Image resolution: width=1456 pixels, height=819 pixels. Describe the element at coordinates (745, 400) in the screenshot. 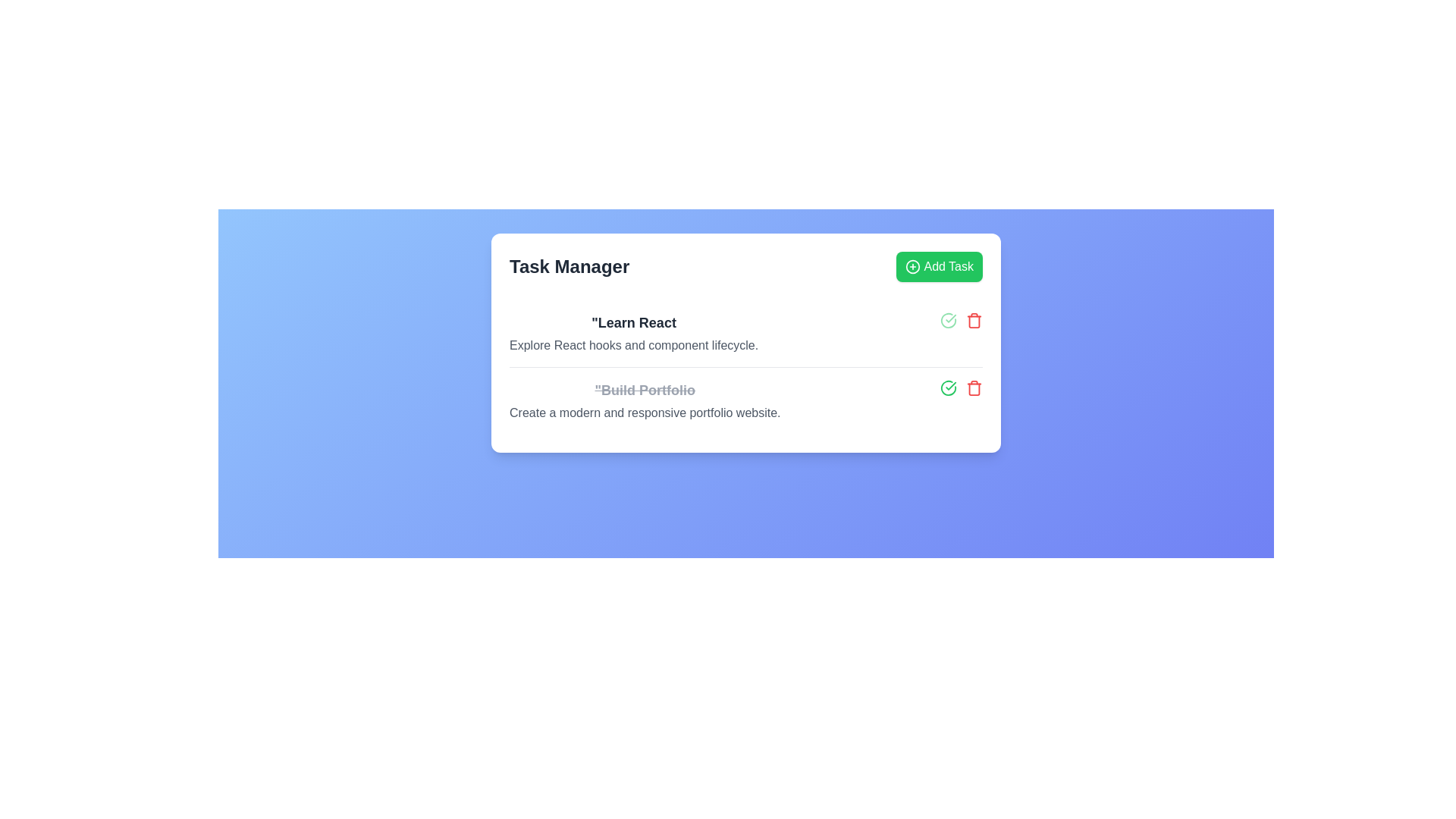

I see `the second task item in the Task Manager list` at that location.